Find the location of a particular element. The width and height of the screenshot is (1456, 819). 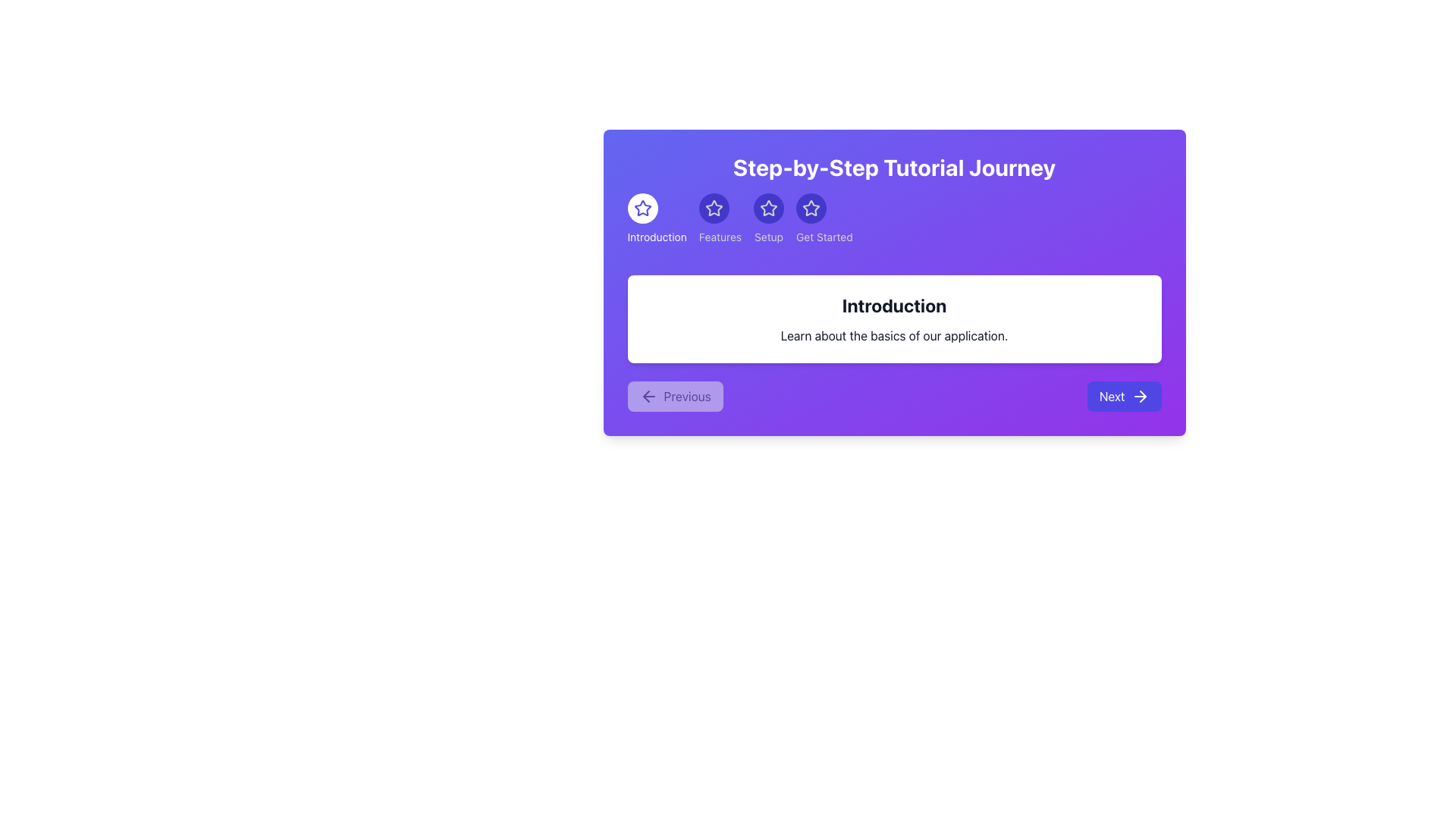

the graphical button-like indicator for the active section labeled 'Features', which is the second icon in a horizontally aligned set, slightly below the header 'Step-by-Step Tutorial Journey' is located at coordinates (713, 208).